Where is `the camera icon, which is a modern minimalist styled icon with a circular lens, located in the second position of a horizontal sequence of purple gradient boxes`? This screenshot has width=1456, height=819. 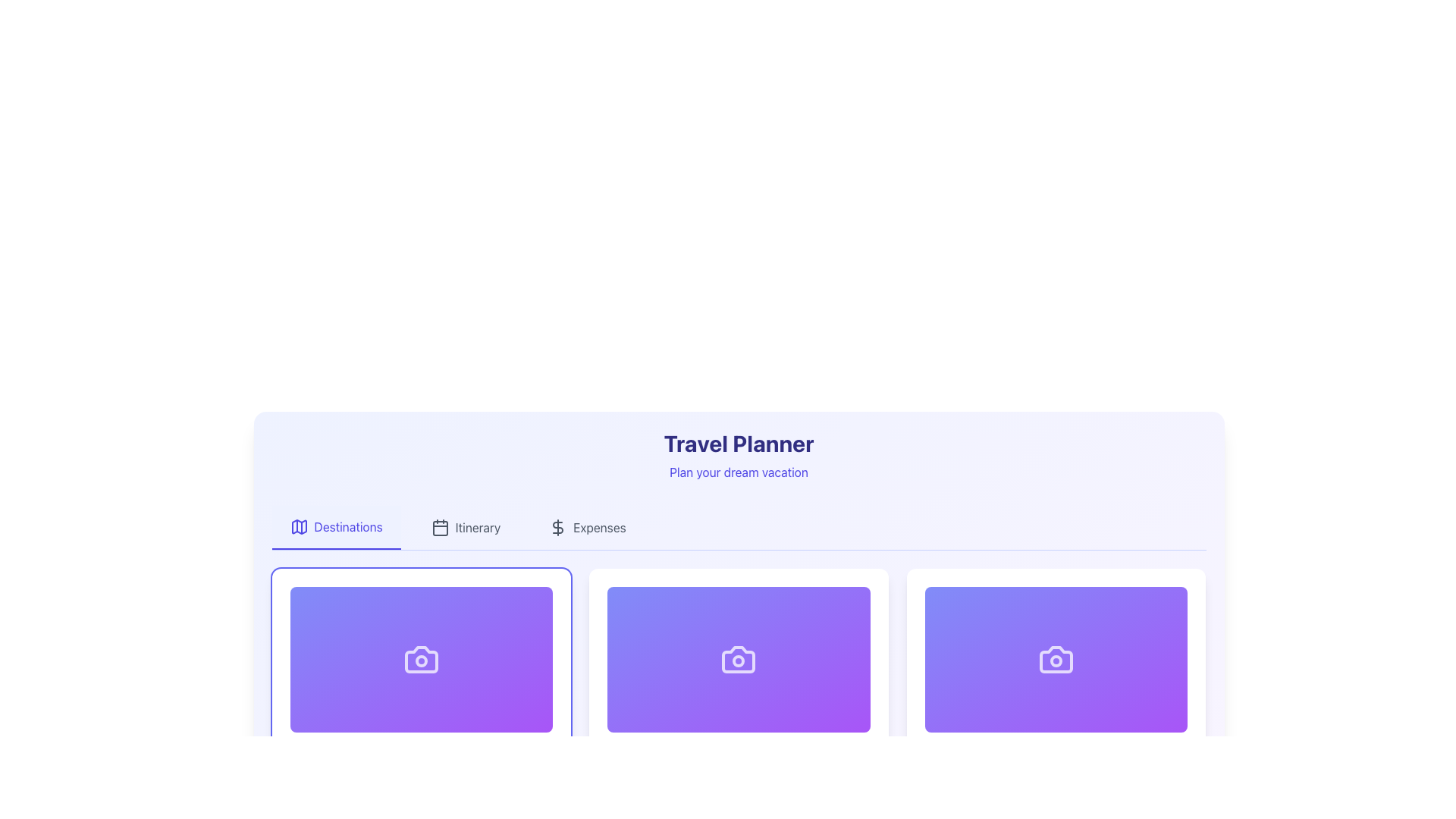
the camera icon, which is a modern minimalist styled icon with a circular lens, located in the second position of a horizontal sequence of purple gradient boxes is located at coordinates (1056, 659).